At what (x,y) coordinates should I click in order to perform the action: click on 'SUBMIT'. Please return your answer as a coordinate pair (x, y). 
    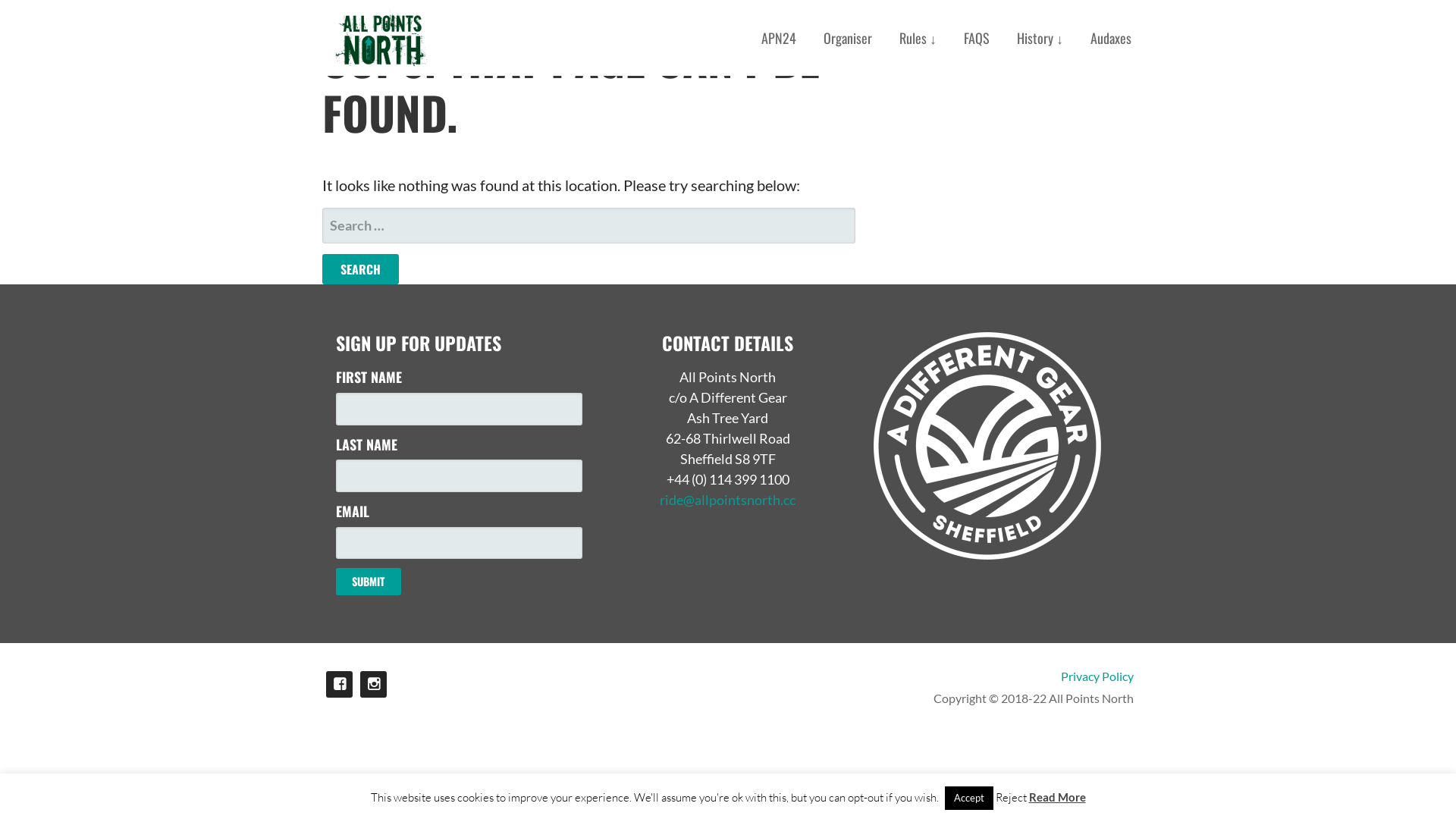
    Looking at the image, I should click on (368, 581).